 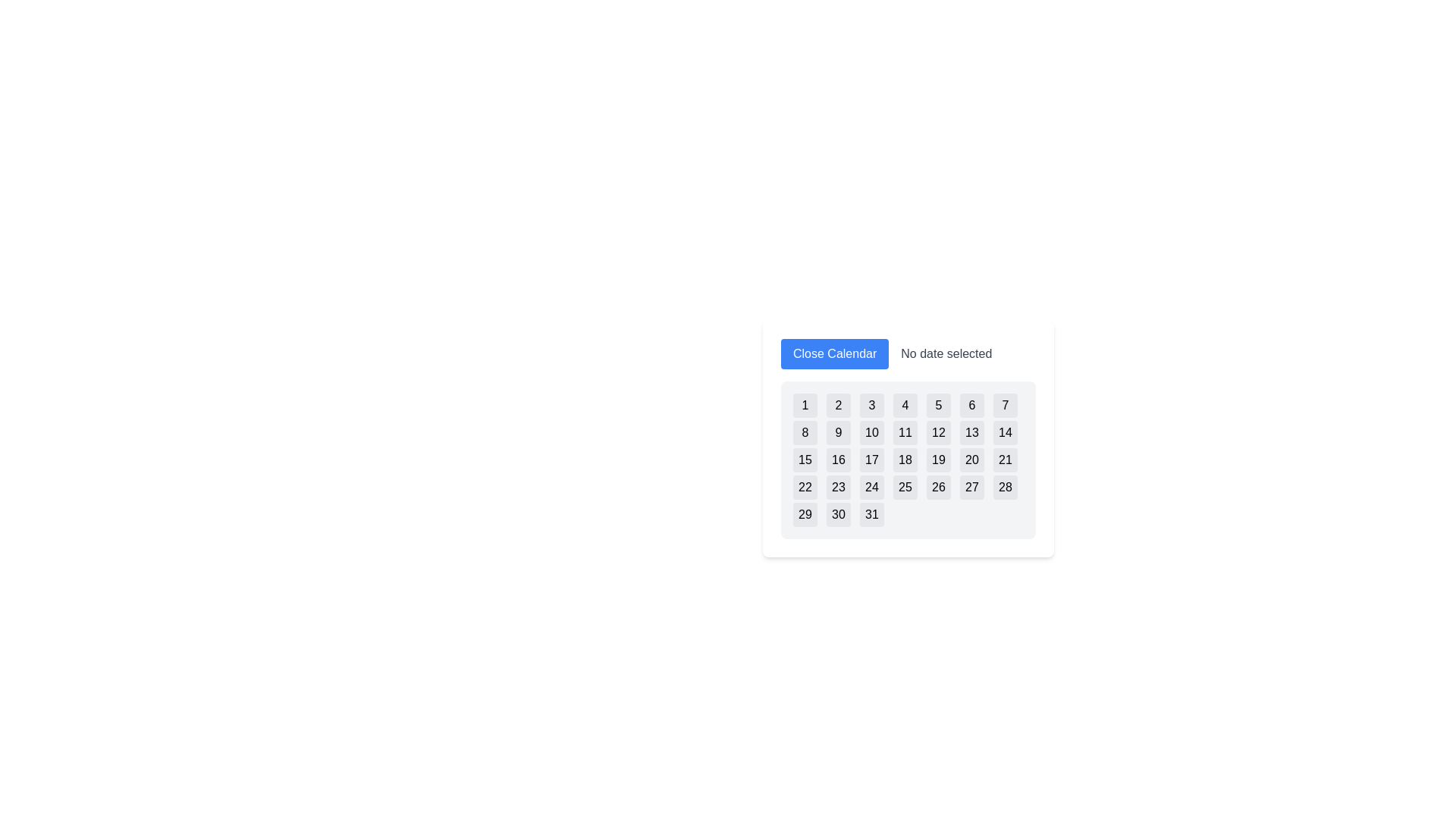 What do you see at coordinates (804, 513) in the screenshot?
I see `the button located in the last row of the calendar grid` at bounding box center [804, 513].